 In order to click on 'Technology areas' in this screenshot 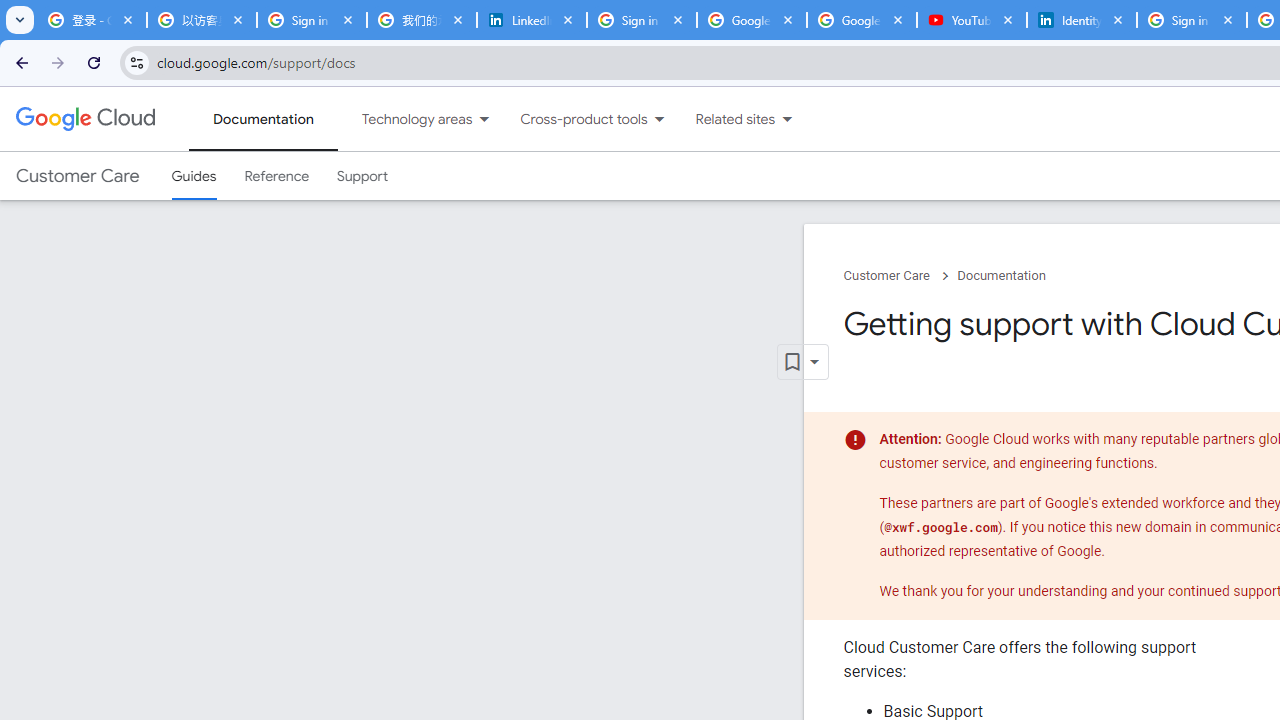, I will do `click(404, 119)`.